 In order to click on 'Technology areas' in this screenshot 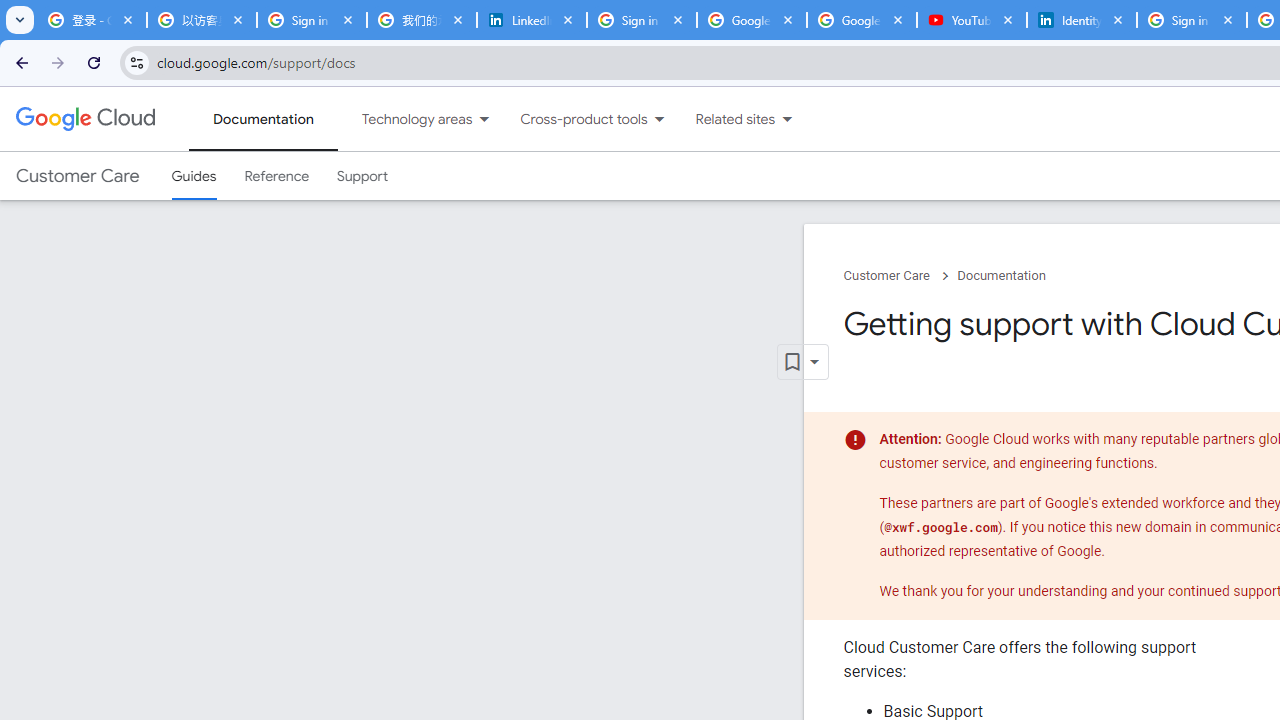, I will do `click(404, 119)`.